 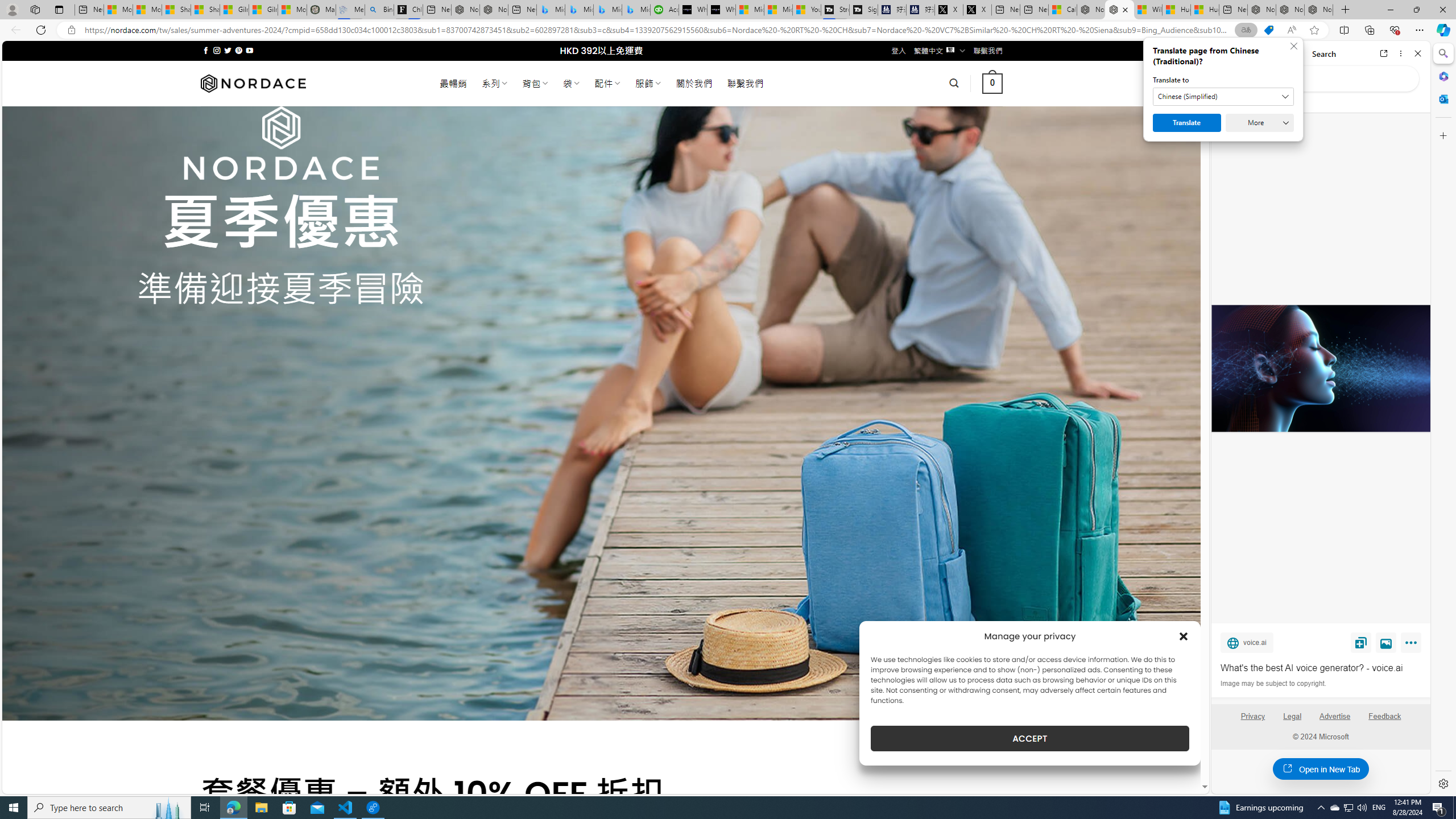 I want to click on 'Wildlife - MSN', so click(x=1147, y=9).